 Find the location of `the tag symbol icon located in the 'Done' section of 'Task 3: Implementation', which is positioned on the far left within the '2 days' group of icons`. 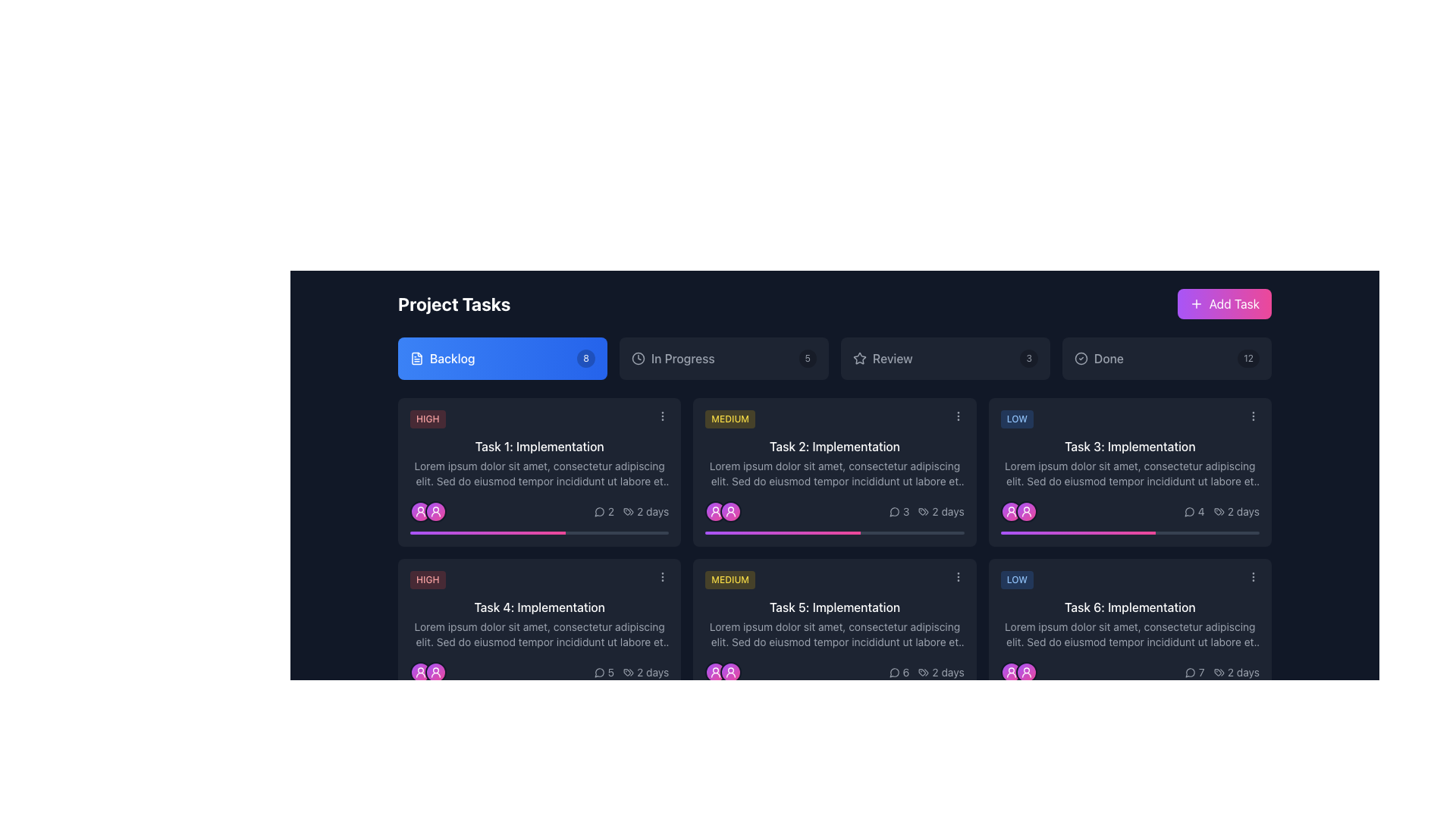

the tag symbol icon located in the 'Done' section of 'Task 3: Implementation', which is positioned on the far left within the '2 days' group of icons is located at coordinates (1219, 512).